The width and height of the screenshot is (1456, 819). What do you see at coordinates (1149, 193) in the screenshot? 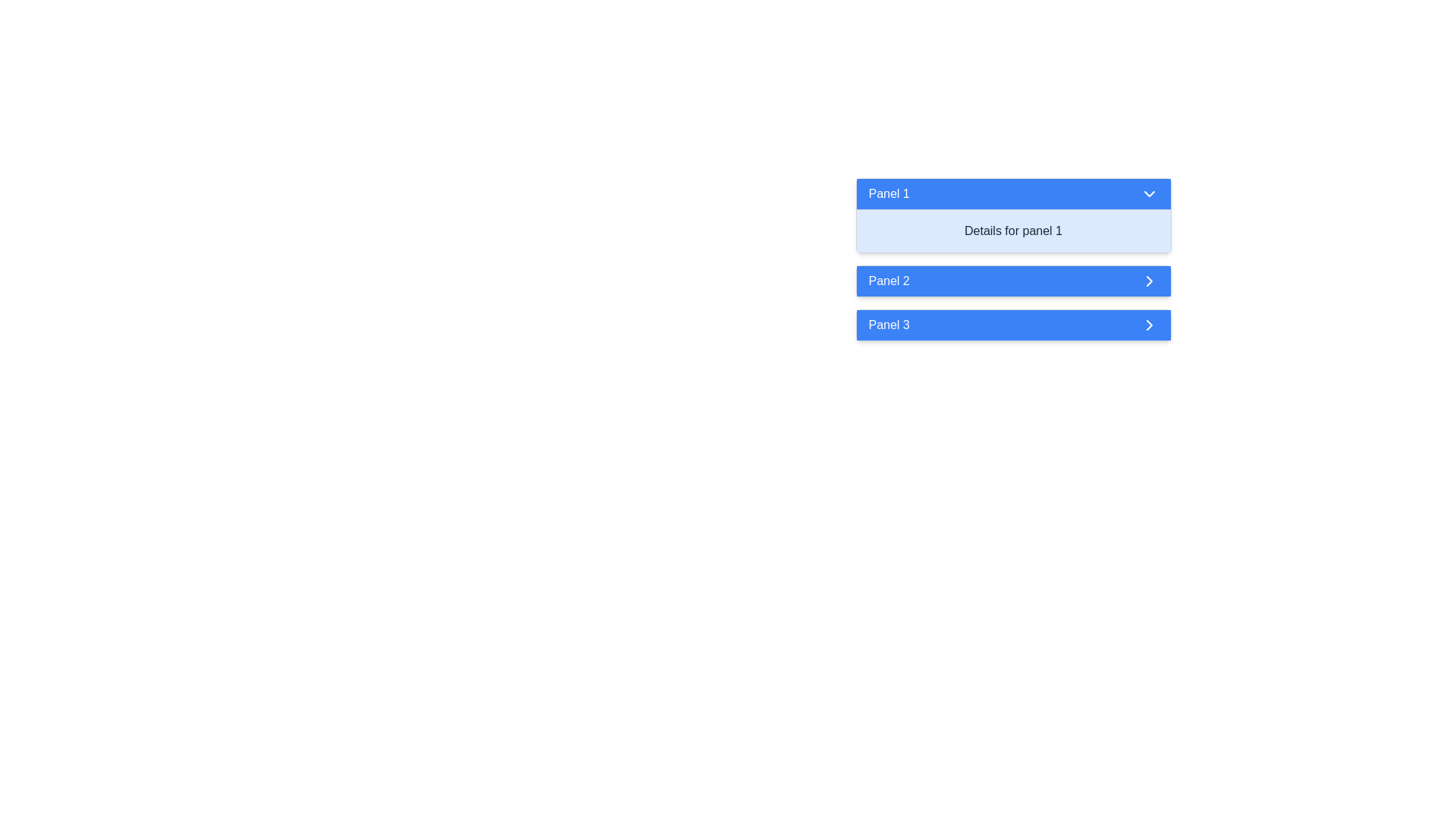
I see `the down arrow icon located at the right edge of the blue header labeled 'Panel 1'` at bounding box center [1149, 193].